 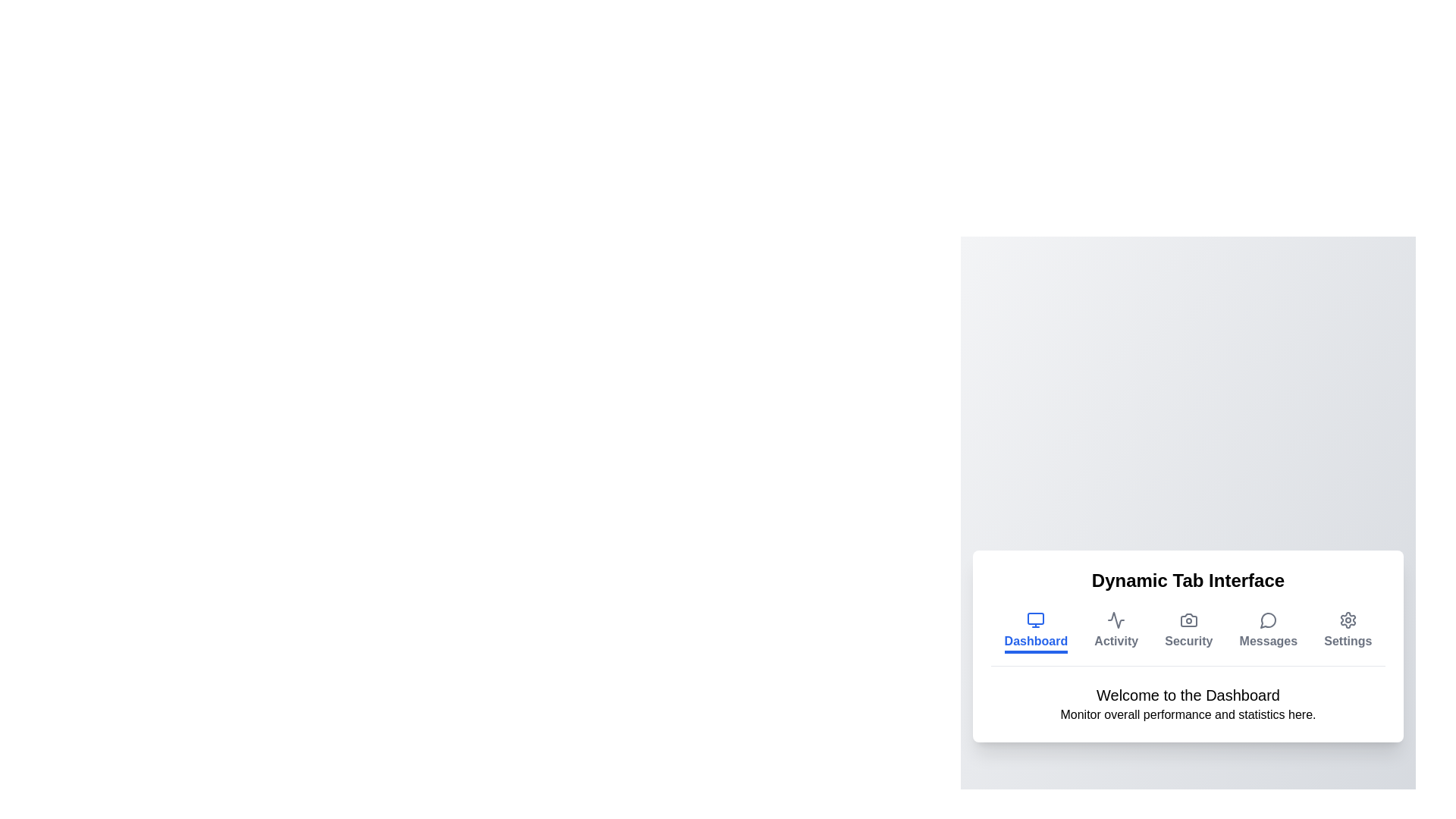 I want to click on the camera icon located in the 'Security' tab of the navigation interface, so click(x=1188, y=620).